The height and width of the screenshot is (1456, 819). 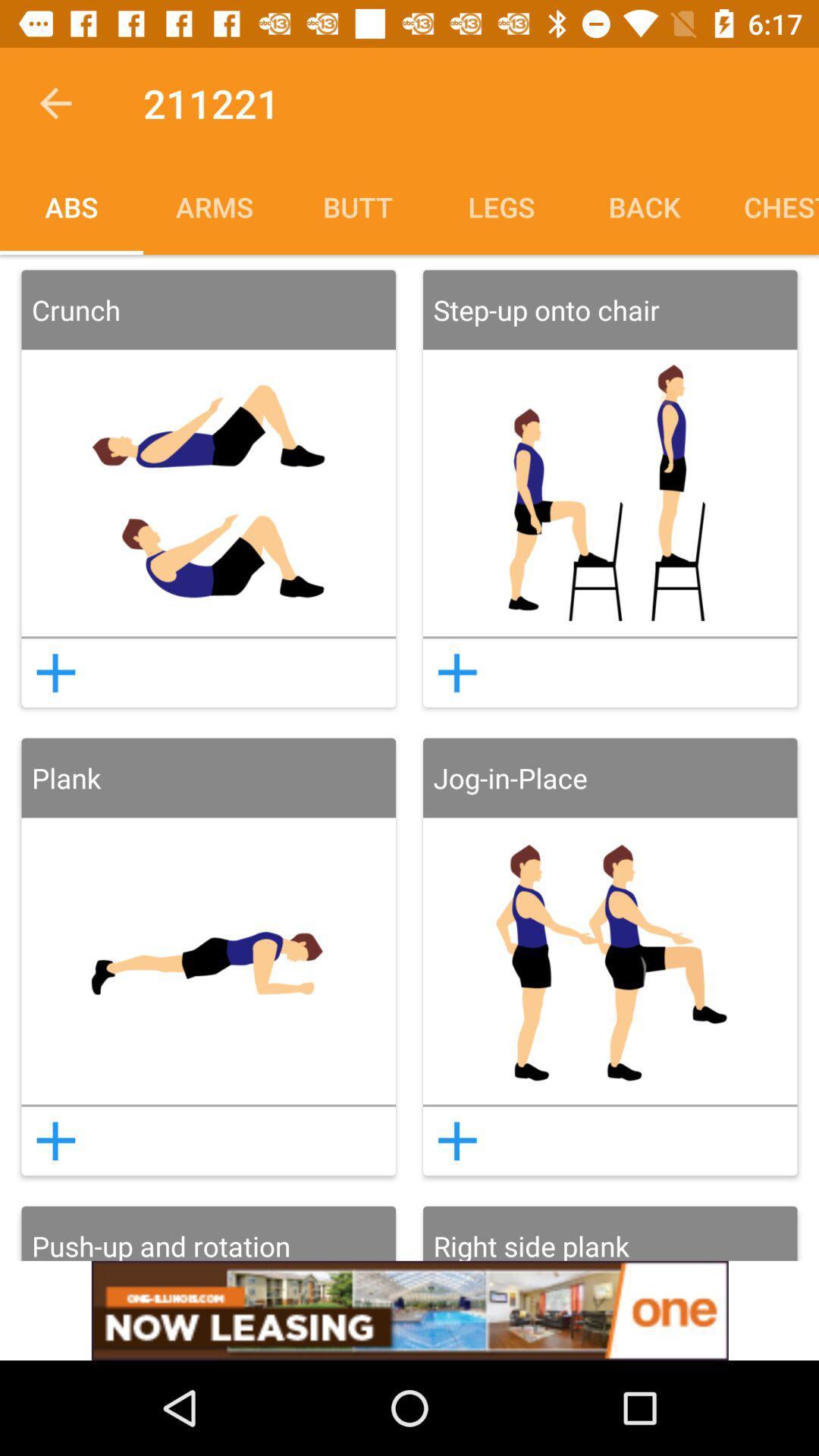 What do you see at coordinates (55, 672) in the screenshot?
I see `button` at bounding box center [55, 672].